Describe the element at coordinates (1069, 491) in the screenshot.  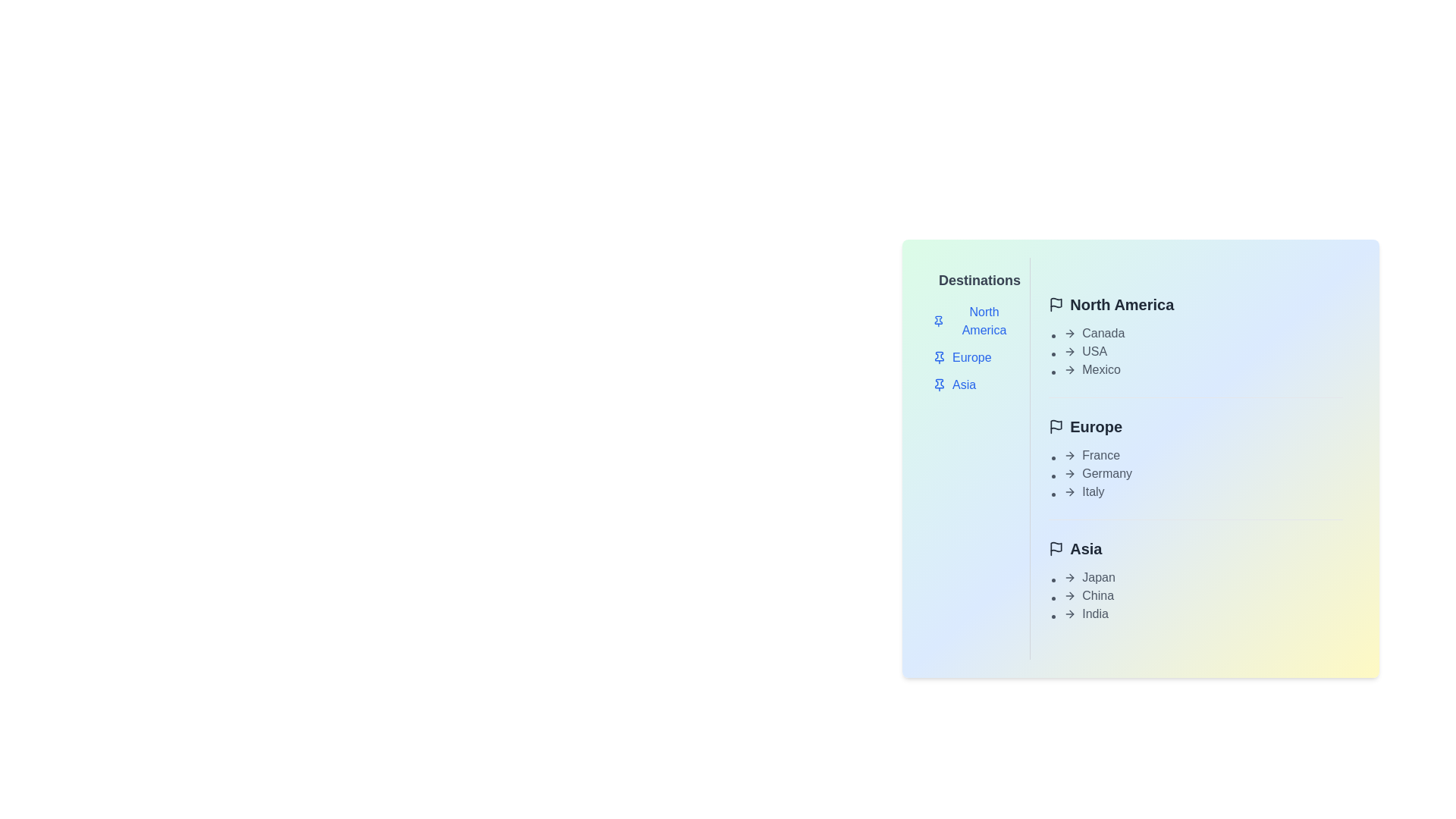
I see `the visual cue provided by the decorative or functional icon positioned to the left of the 'Italy' list item, which is the first element under the 'Europe' heading` at that location.